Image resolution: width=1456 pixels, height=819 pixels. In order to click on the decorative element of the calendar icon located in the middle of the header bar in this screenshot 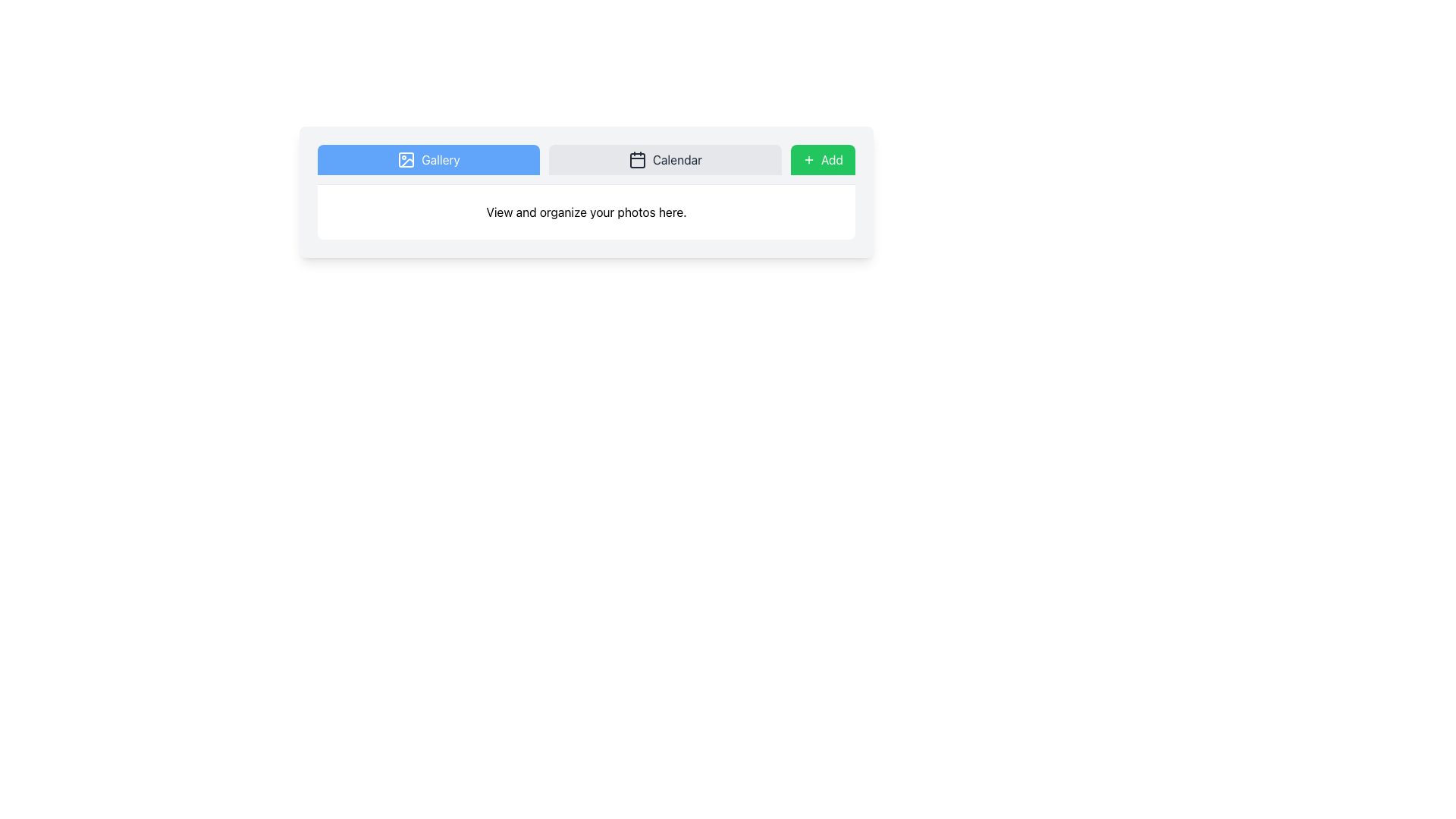, I will do `click(637, 161)`.